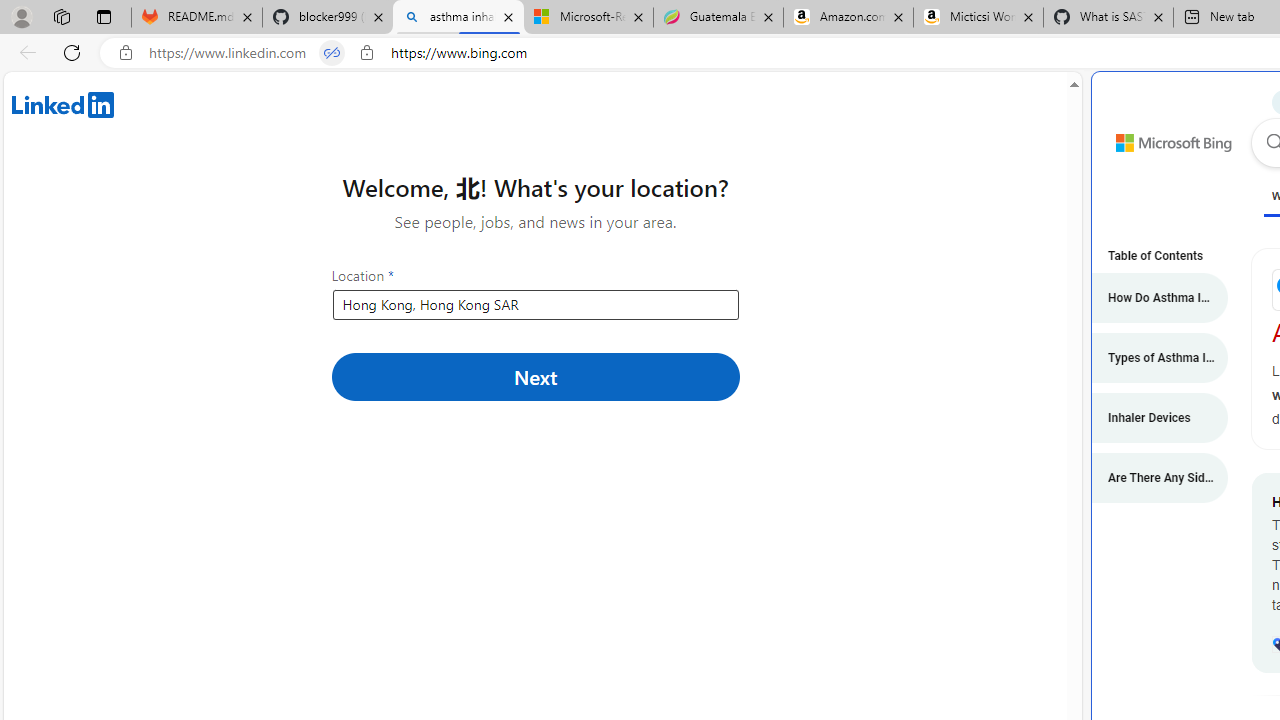  Describe the element at coordinates (457, 17) in the screenshot. I see `'asthma inhaler - Search'` at that location.